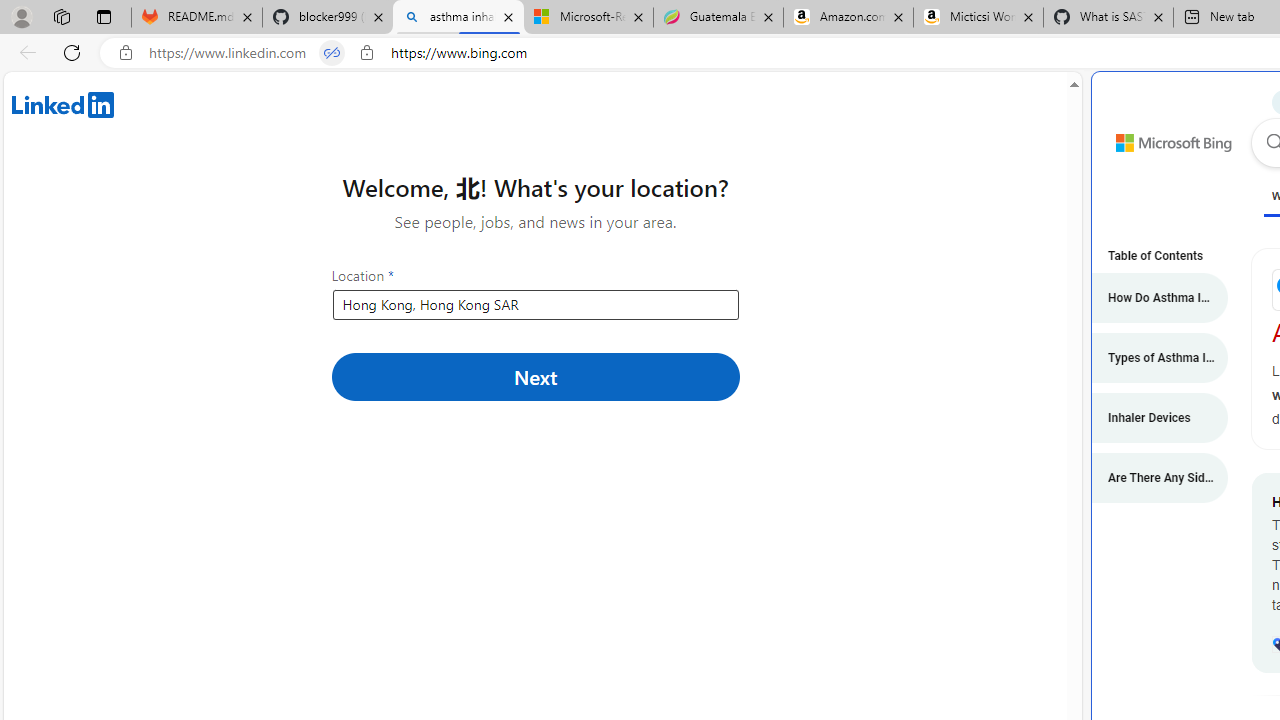  Describe the element at coordinates (457, 17) in the screenshot. I see `'asthma inhaler - Search'` at that location.